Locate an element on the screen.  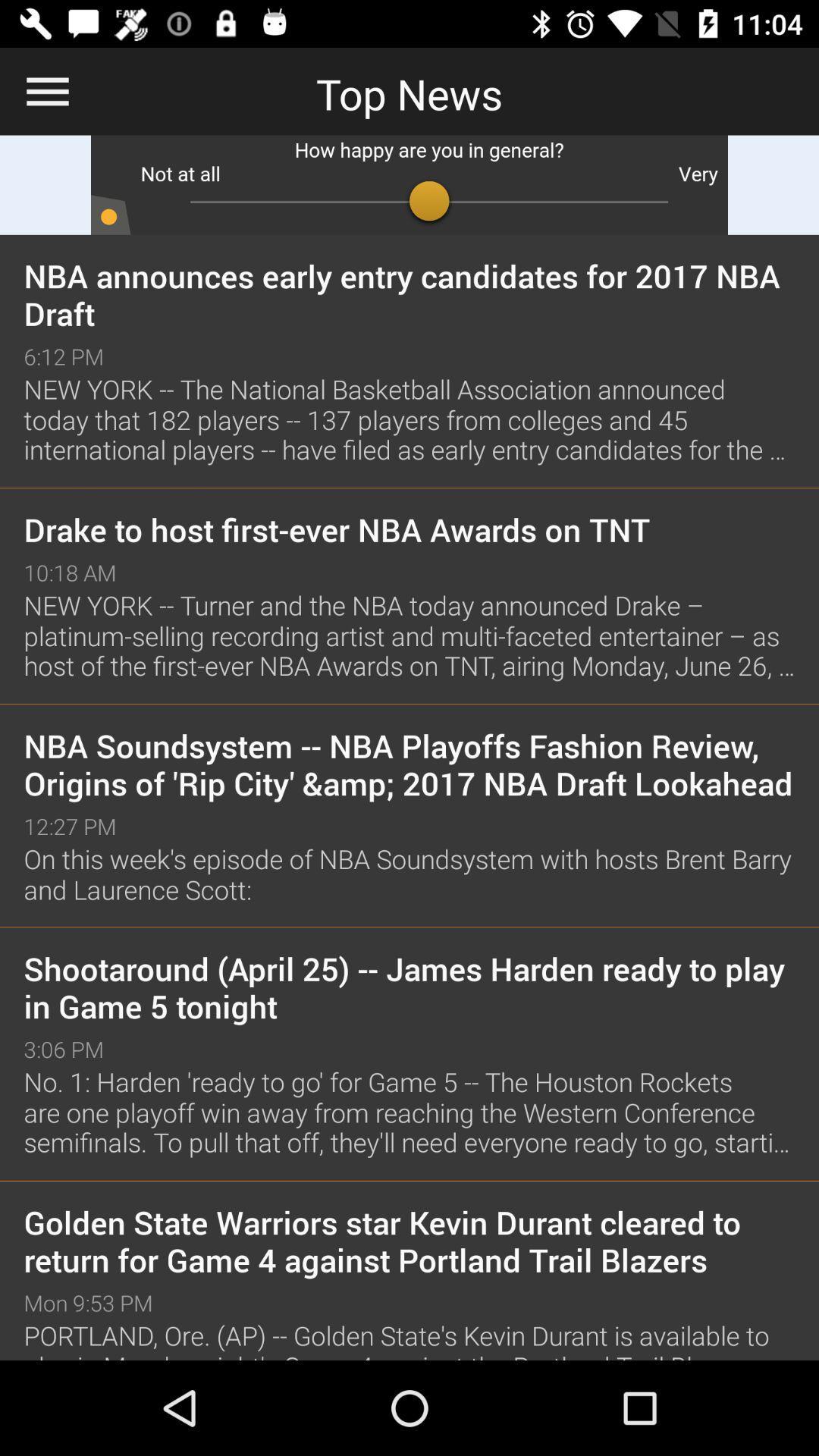
visit advertisement is located at coordinates (409, 184).